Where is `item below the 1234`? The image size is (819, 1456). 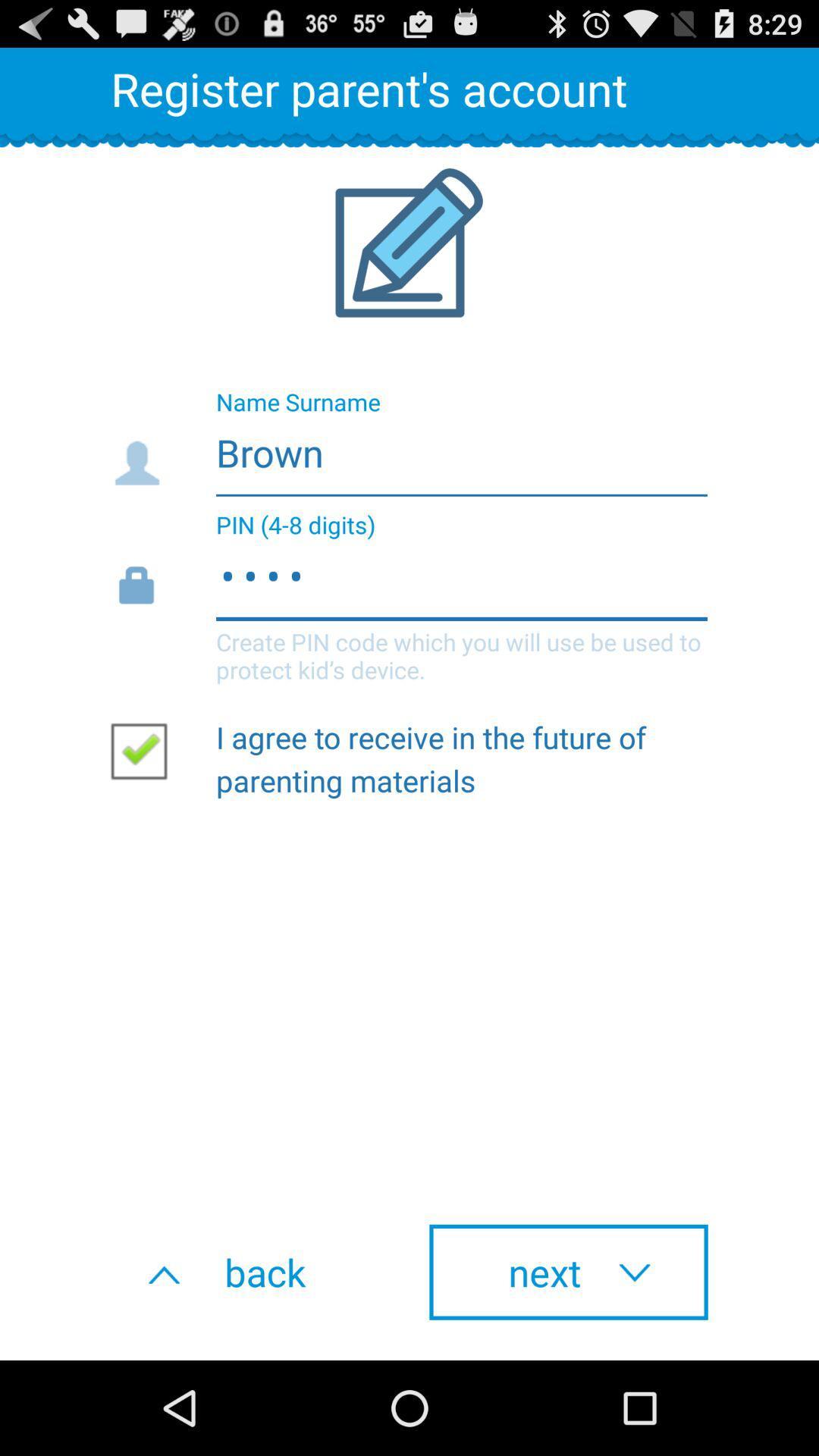 item below the 1234 is located at coordinates (145, 750).